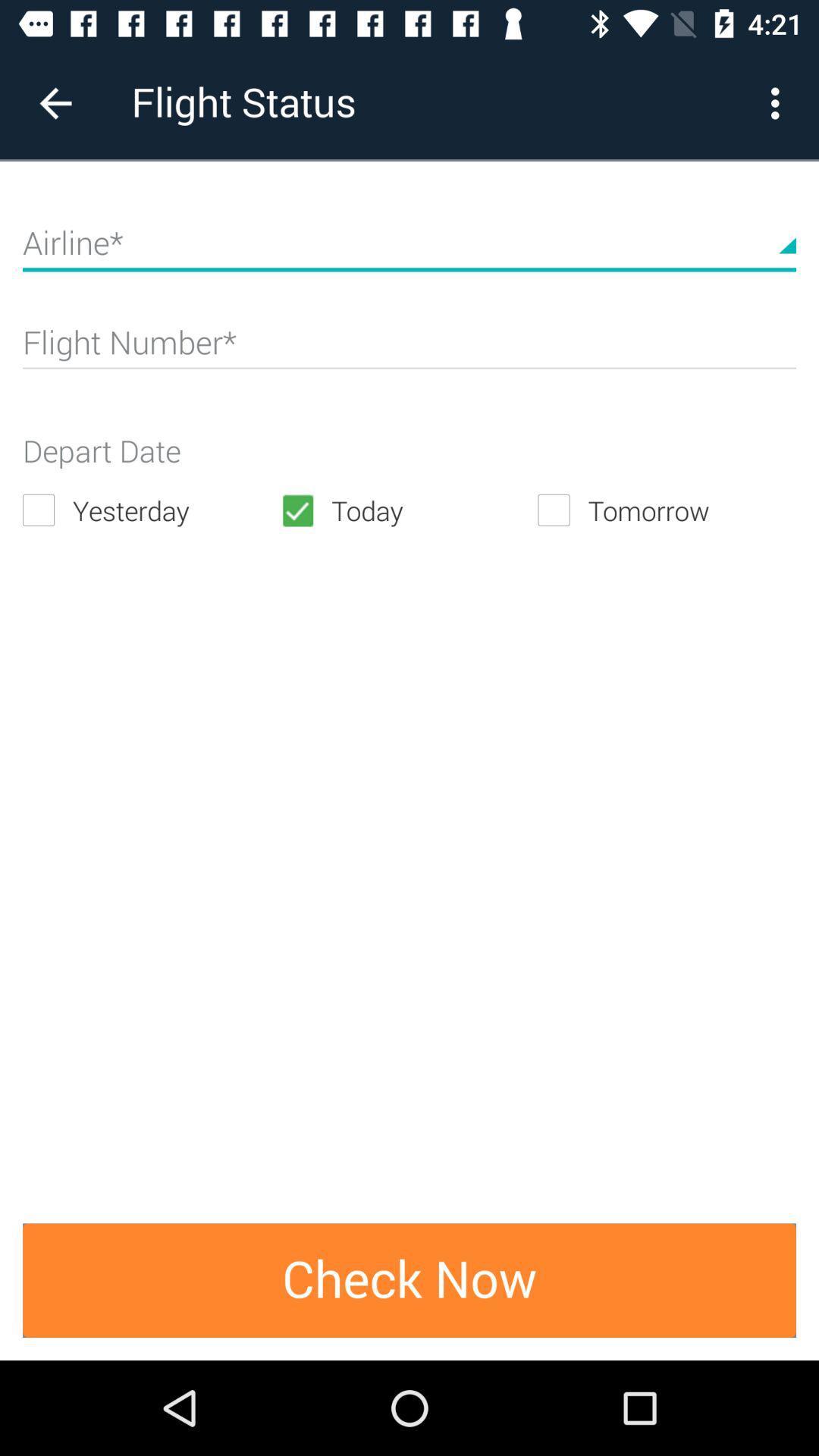  Describe the element at coordinates (409, 249) in the screenshot. I see `choose your airline` at that location.